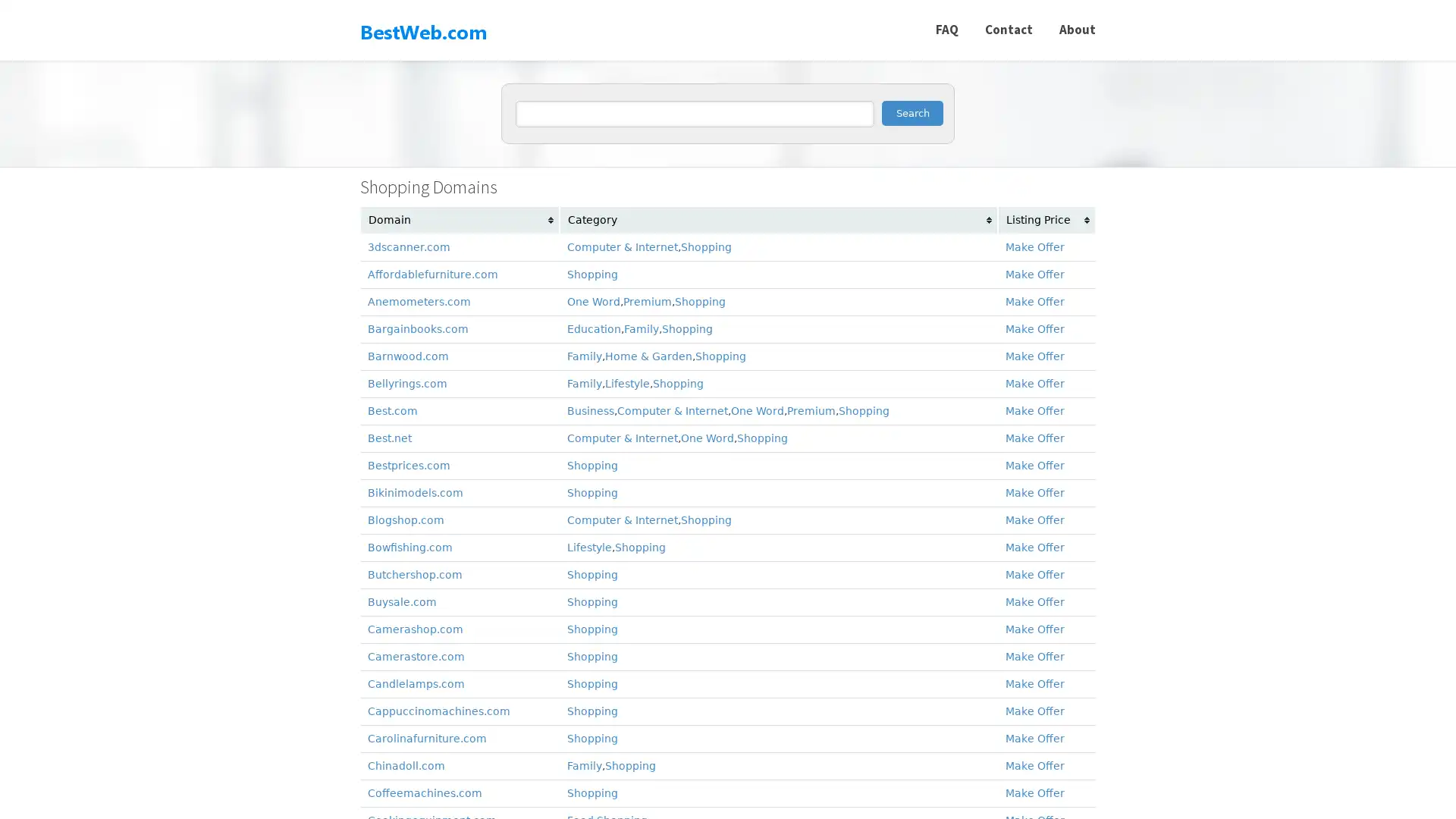 The width and height of the screenshot is (1456, 819). I want to click on Search, so click(912, 112).